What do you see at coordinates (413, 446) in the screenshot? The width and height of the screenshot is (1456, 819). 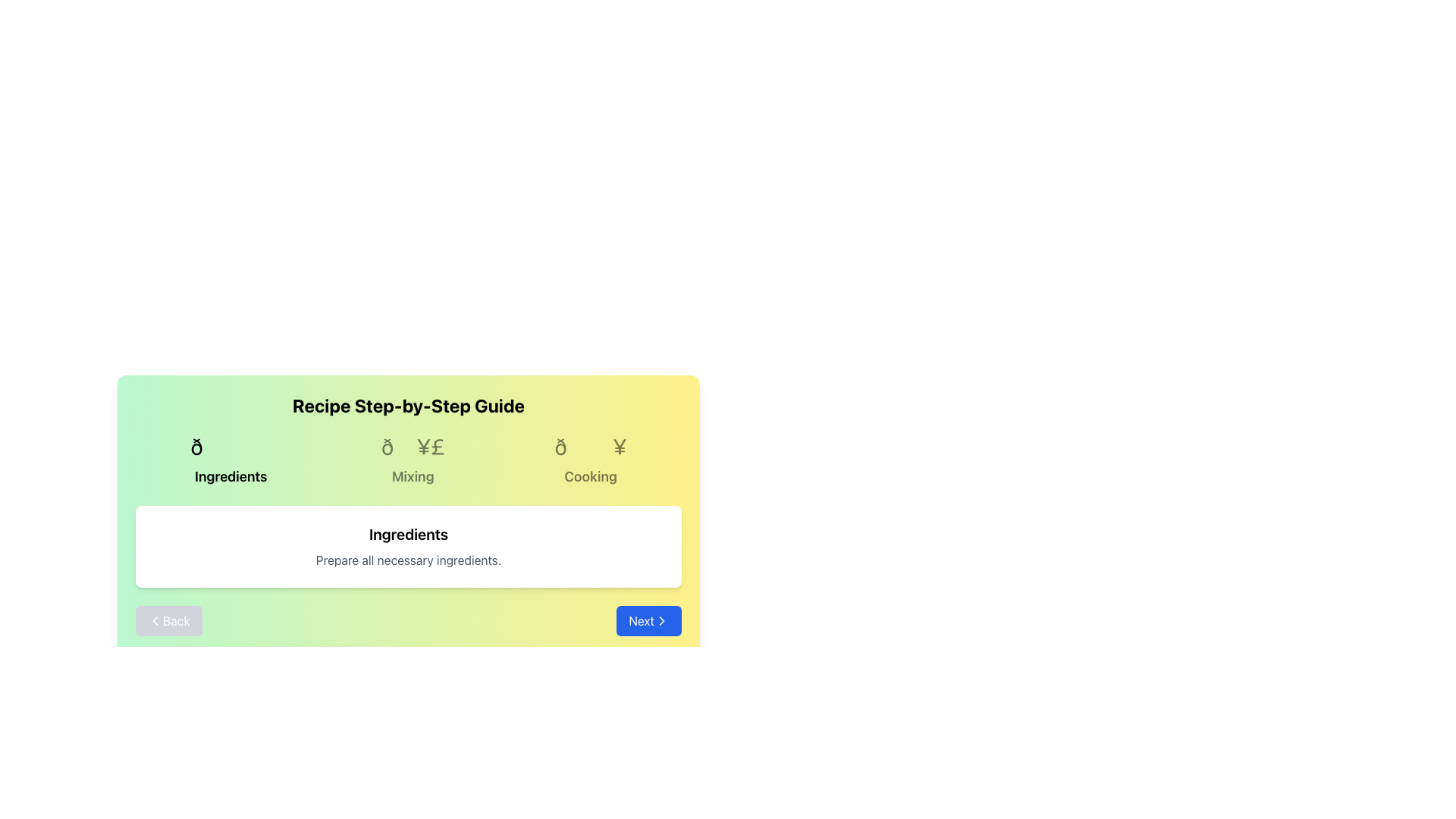 I see `the decorative emoji-like icon representing the 'Mixing' step in the guide, which is centrally located above the text label 'Mixing'` at bounding box center [413, 446].